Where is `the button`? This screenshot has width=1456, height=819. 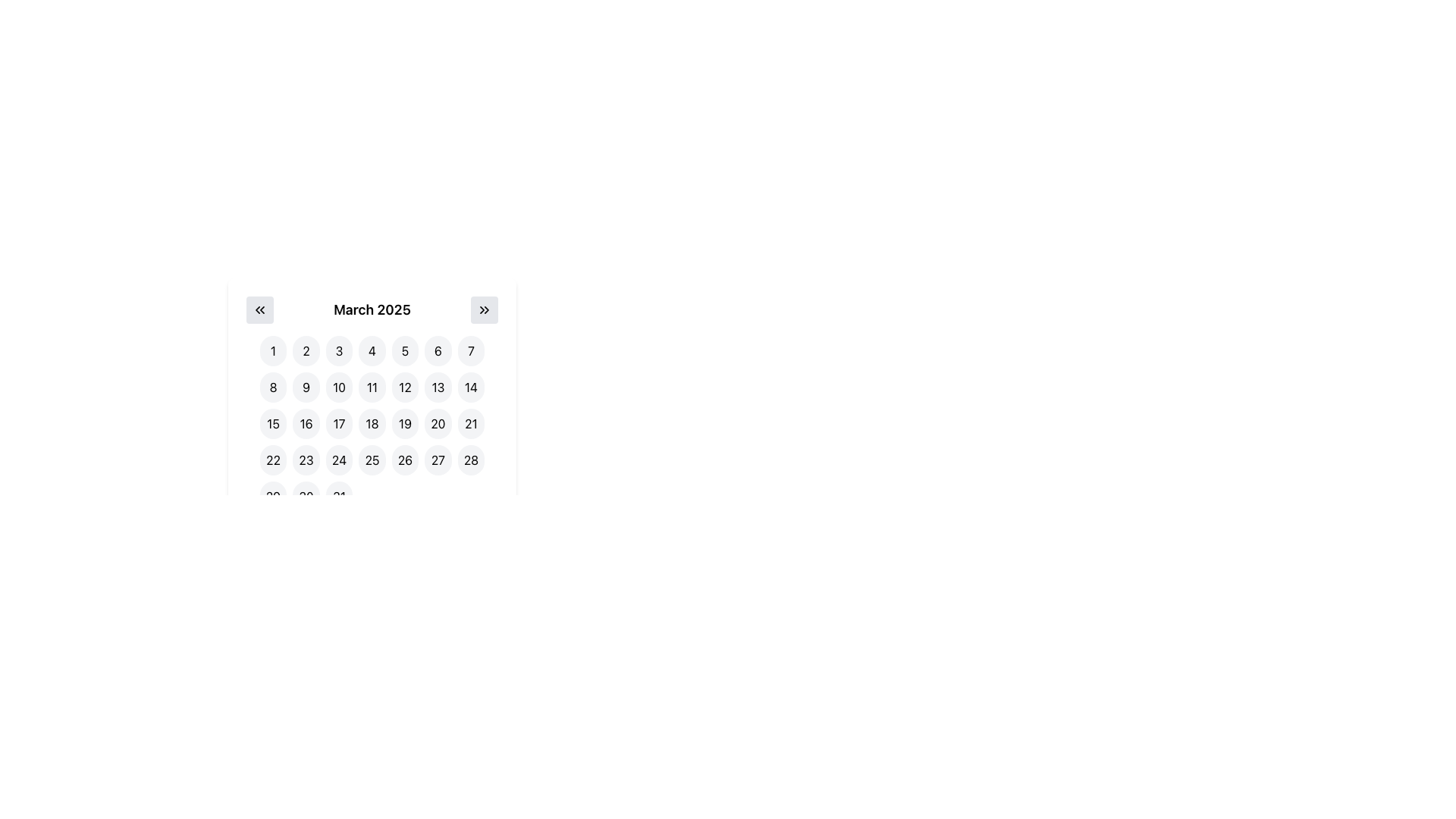 the button is located at coordinates (273, 386).